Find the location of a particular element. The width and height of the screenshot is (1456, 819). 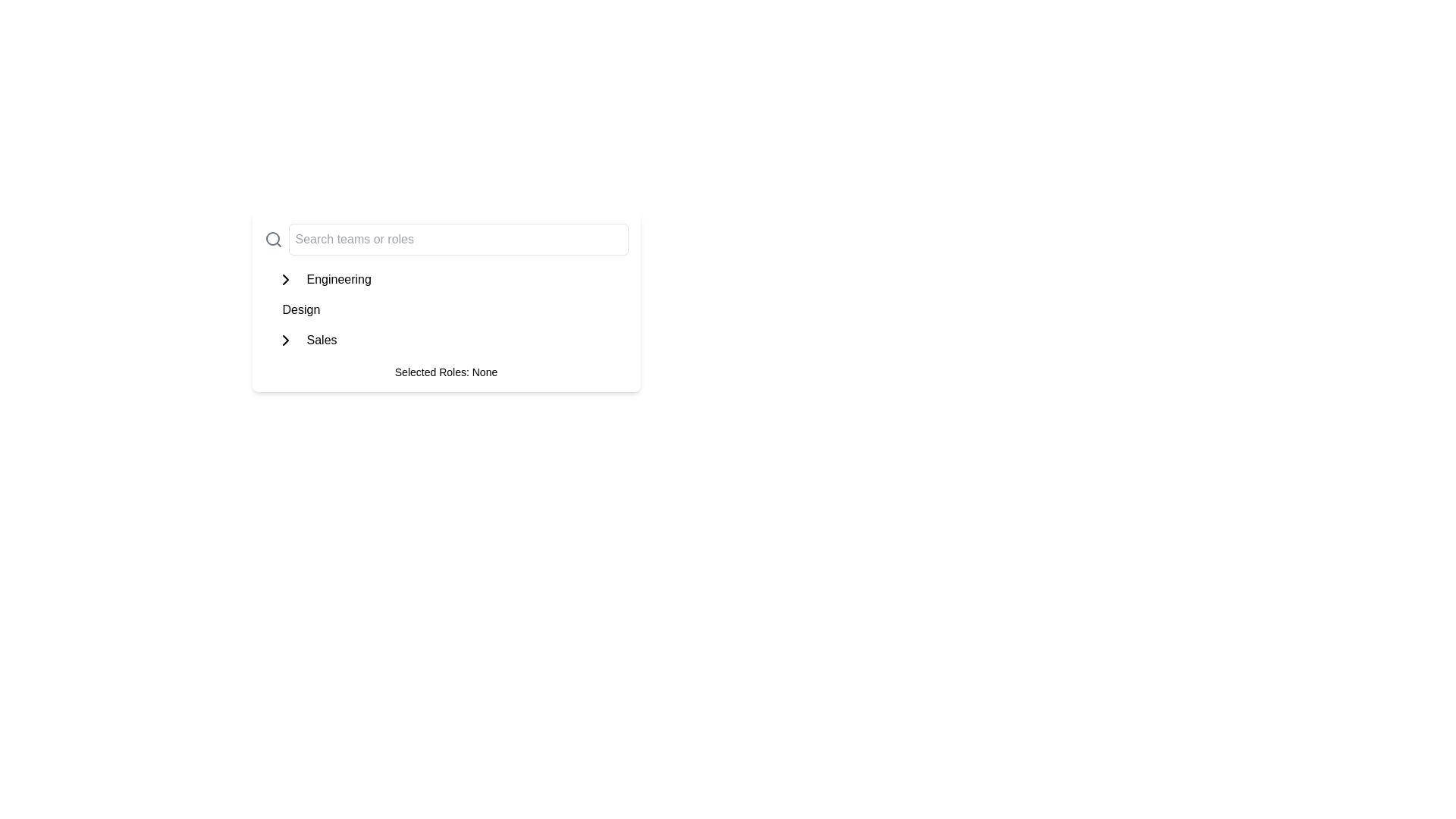

the chevron icon button located to the left of the 'Engineering' text, which is a small right-pointing arrow icon is located at coordinates (285, 280).